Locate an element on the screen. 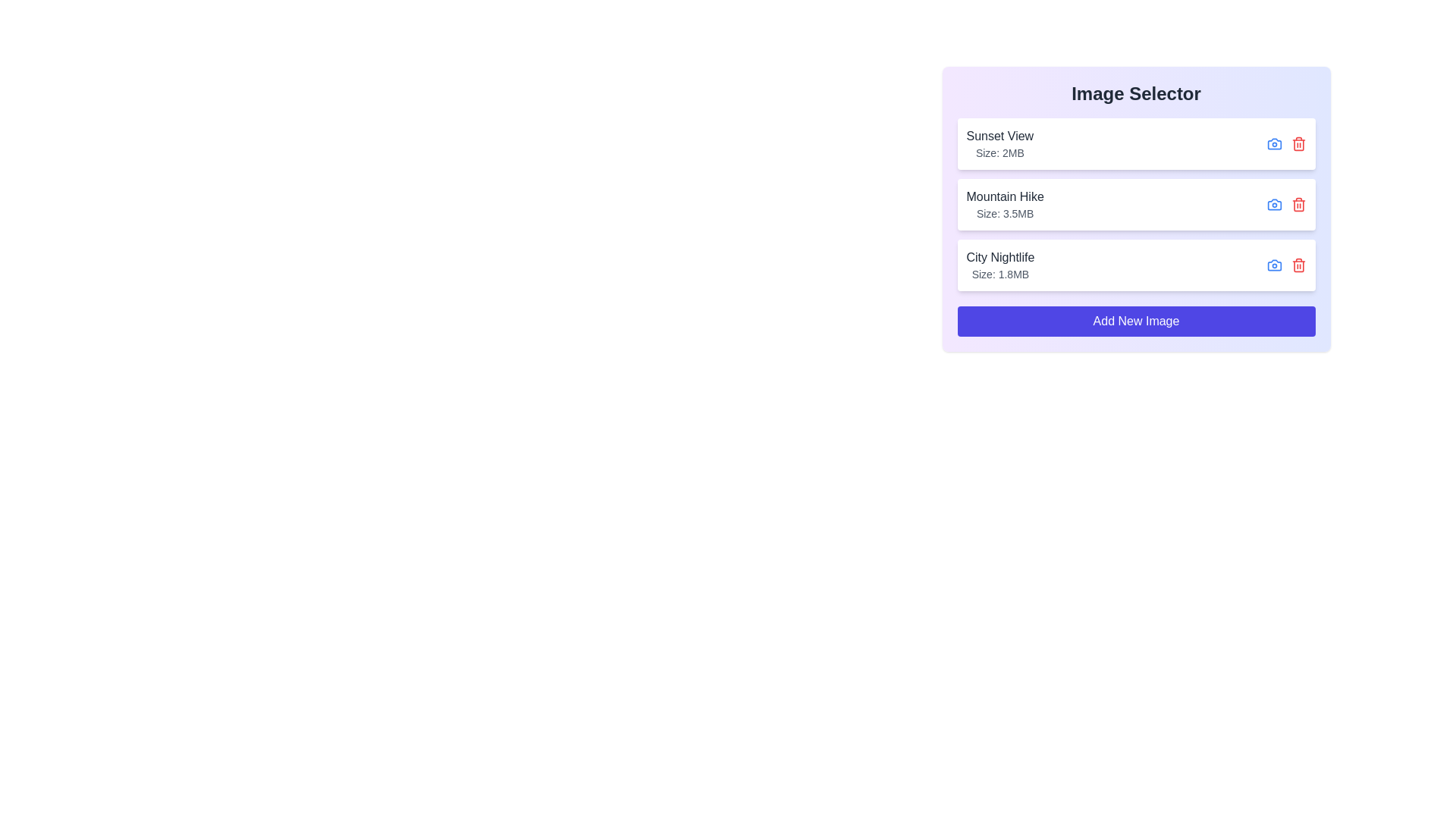 The image size is (1456, 819). the name of the image to select it. The parameter Sunset View specifies the name of the image to be selected is located at coordinates (999, 136).